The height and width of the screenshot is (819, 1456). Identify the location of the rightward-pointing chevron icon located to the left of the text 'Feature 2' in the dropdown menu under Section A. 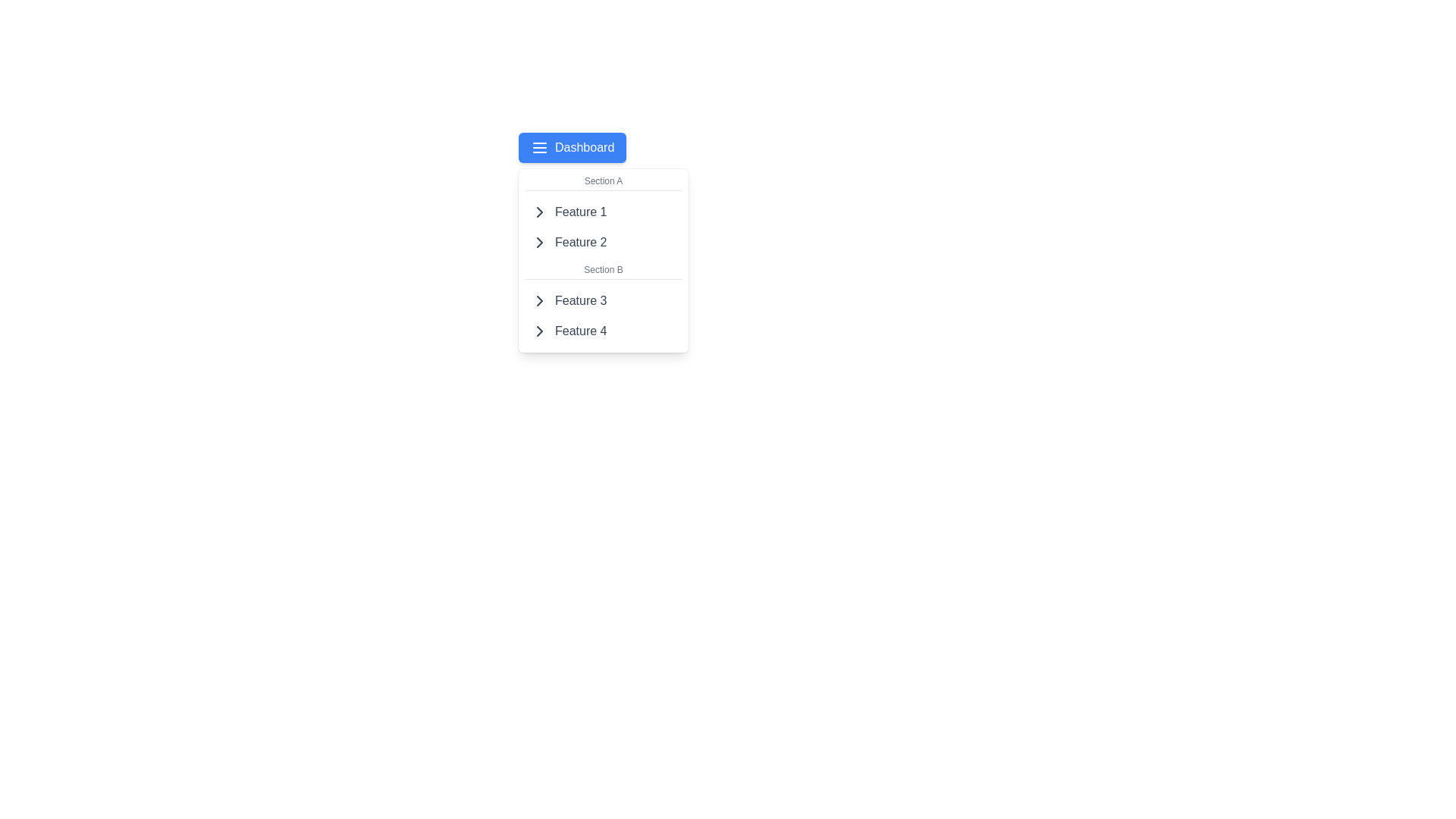
(539, 242).